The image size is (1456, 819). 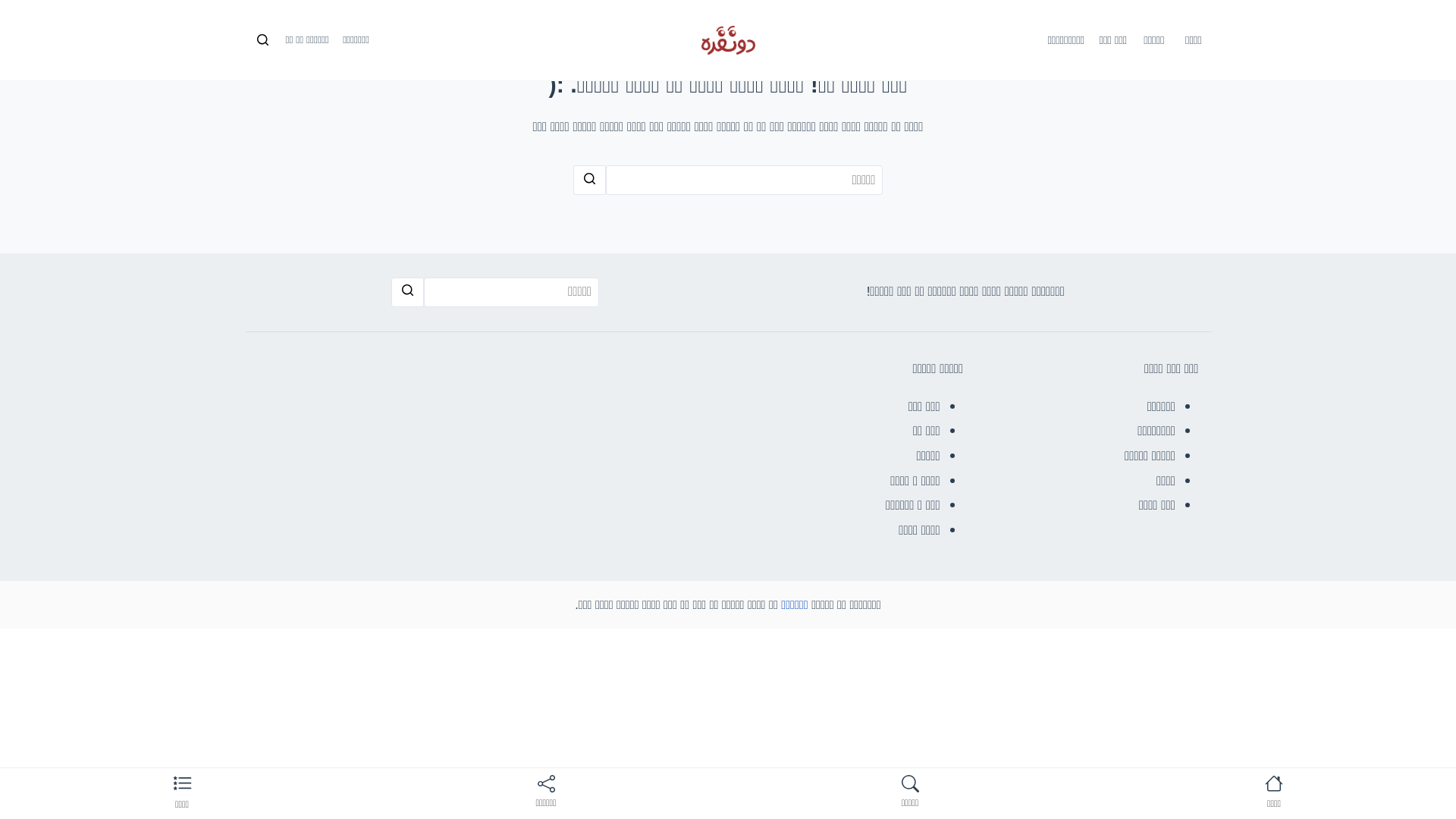 What do you see at coordinates (511, 292) in the screenshot?
I see `'Search Input'` at bounding box center [511, 292].